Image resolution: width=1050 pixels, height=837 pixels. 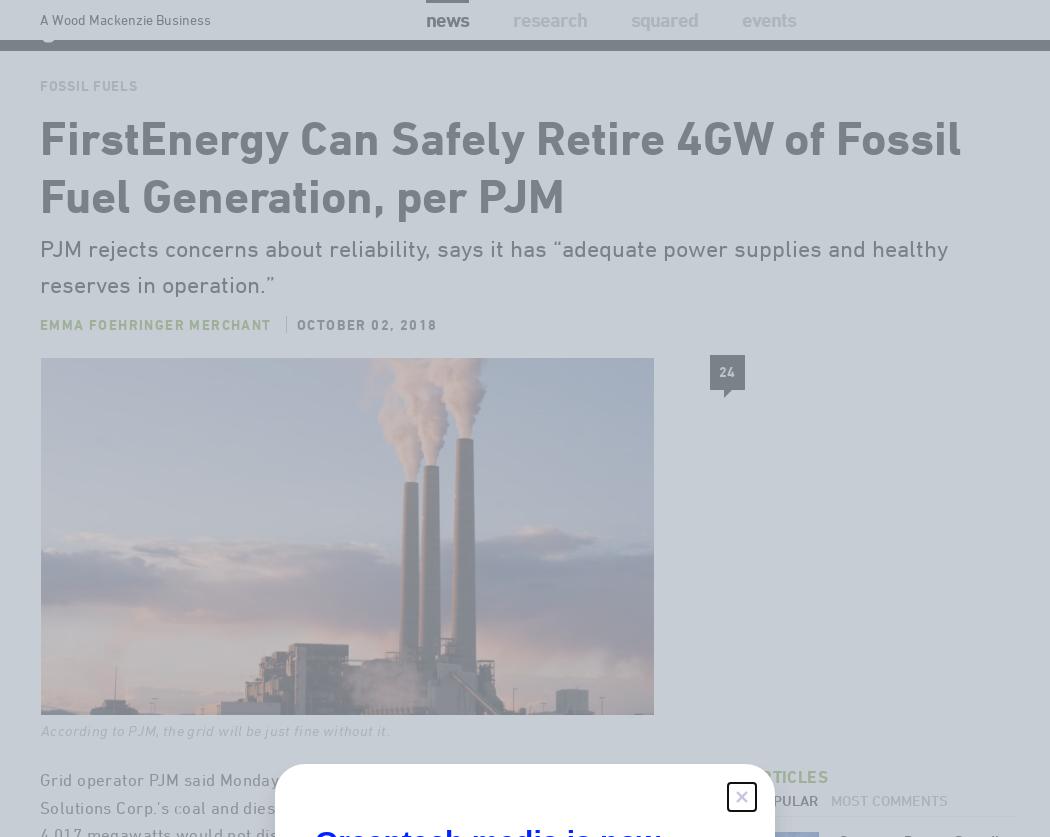 What do you see at coordinates (846, 85) in the screenshot?
I see `'Webinars'` at bounding box center [846, 85].